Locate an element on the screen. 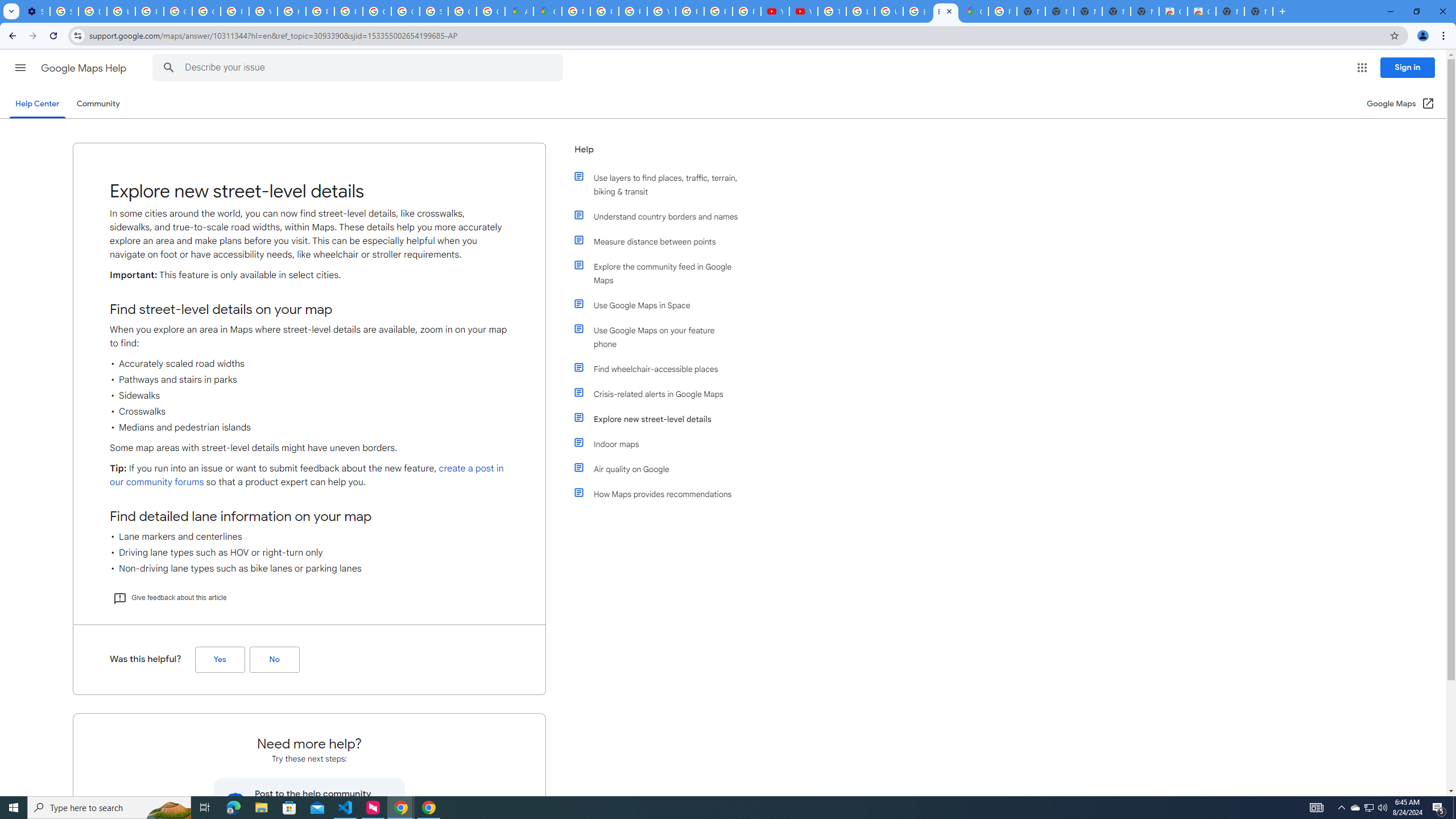 The height and width of the screenshot is (819, 1456). 'YouTube' is located at coordinates (804, 11).